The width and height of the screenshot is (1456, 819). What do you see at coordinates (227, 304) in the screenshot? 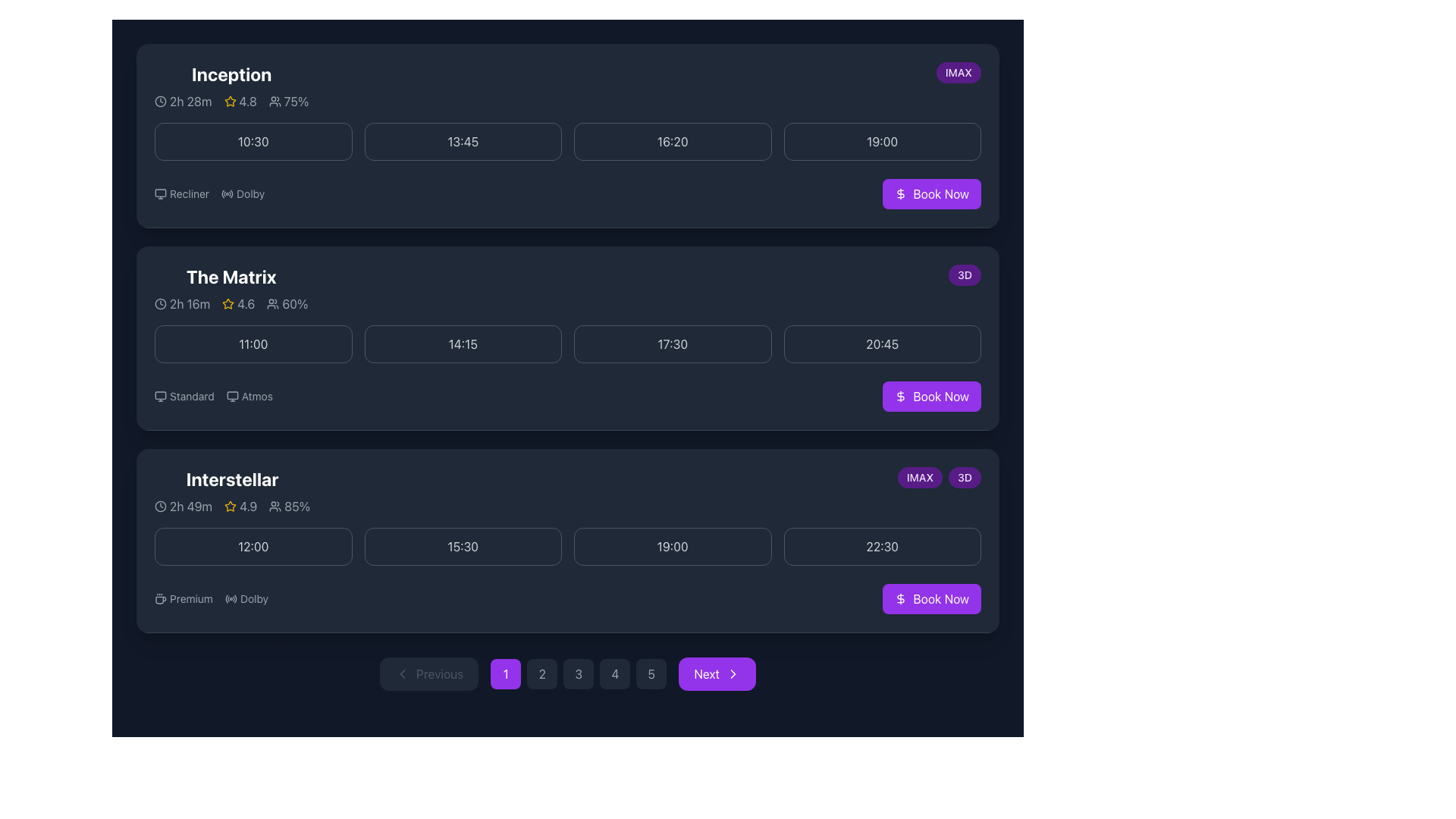
I see `the yellow star-shaped icon representing a rating component for the movie 'The Matrix', located next to the numeric rating value '4.6'` at bounding box center [227, 304].